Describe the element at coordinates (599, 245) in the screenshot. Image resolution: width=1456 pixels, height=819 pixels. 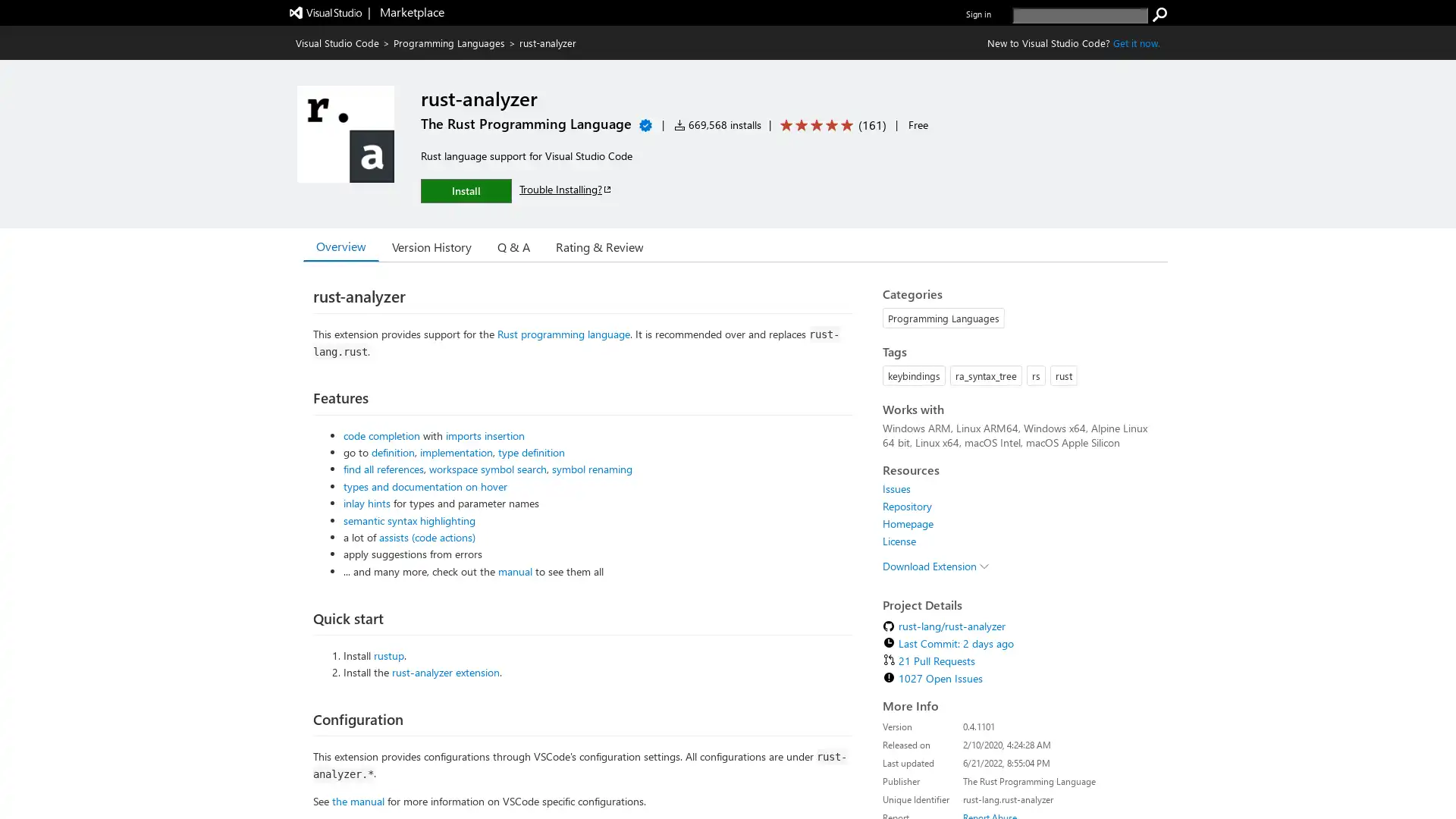
I see `Rating & Review` at that location.